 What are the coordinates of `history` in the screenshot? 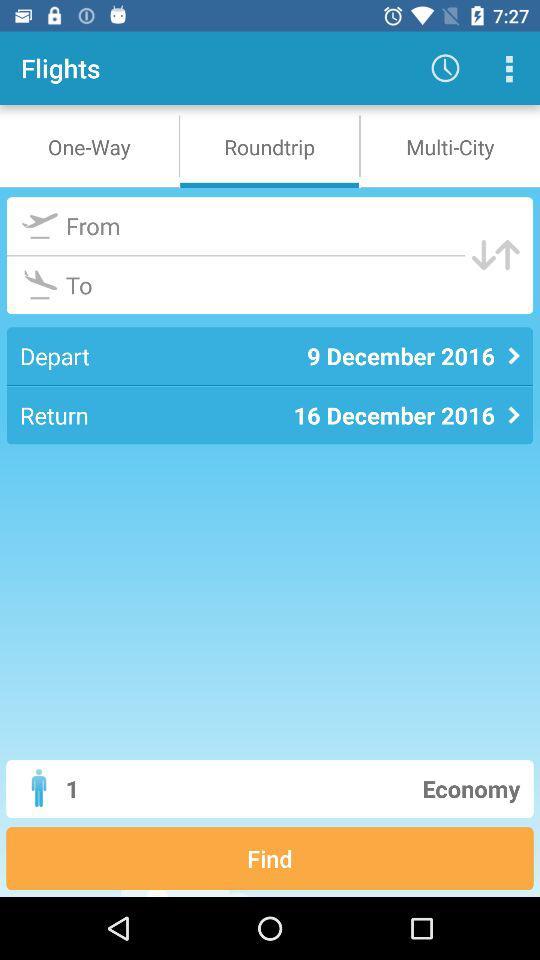 It's located at (508, 68).